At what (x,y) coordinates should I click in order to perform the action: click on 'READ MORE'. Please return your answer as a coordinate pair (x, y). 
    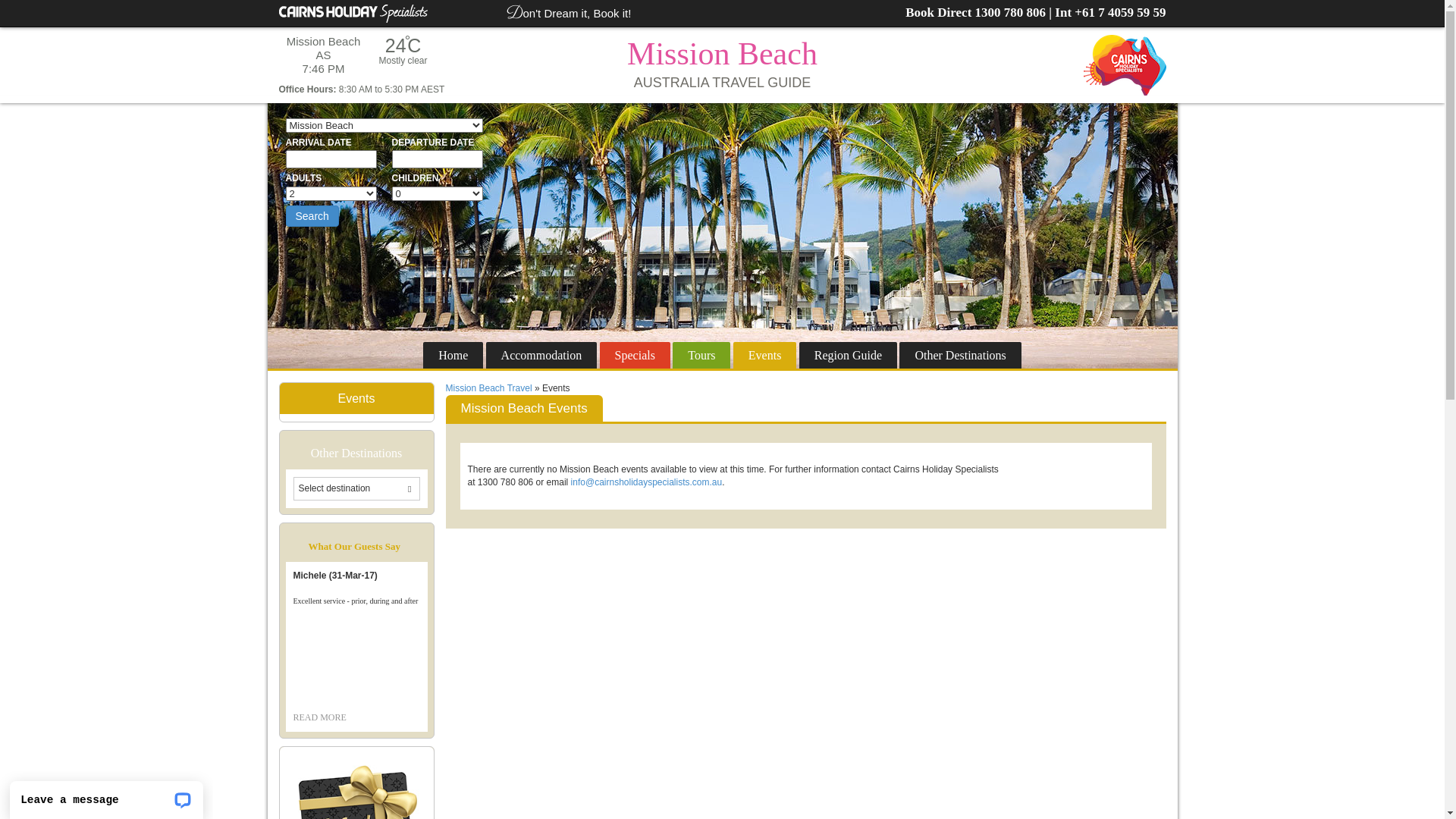
    Looking at the image, I should click on (318, 717).